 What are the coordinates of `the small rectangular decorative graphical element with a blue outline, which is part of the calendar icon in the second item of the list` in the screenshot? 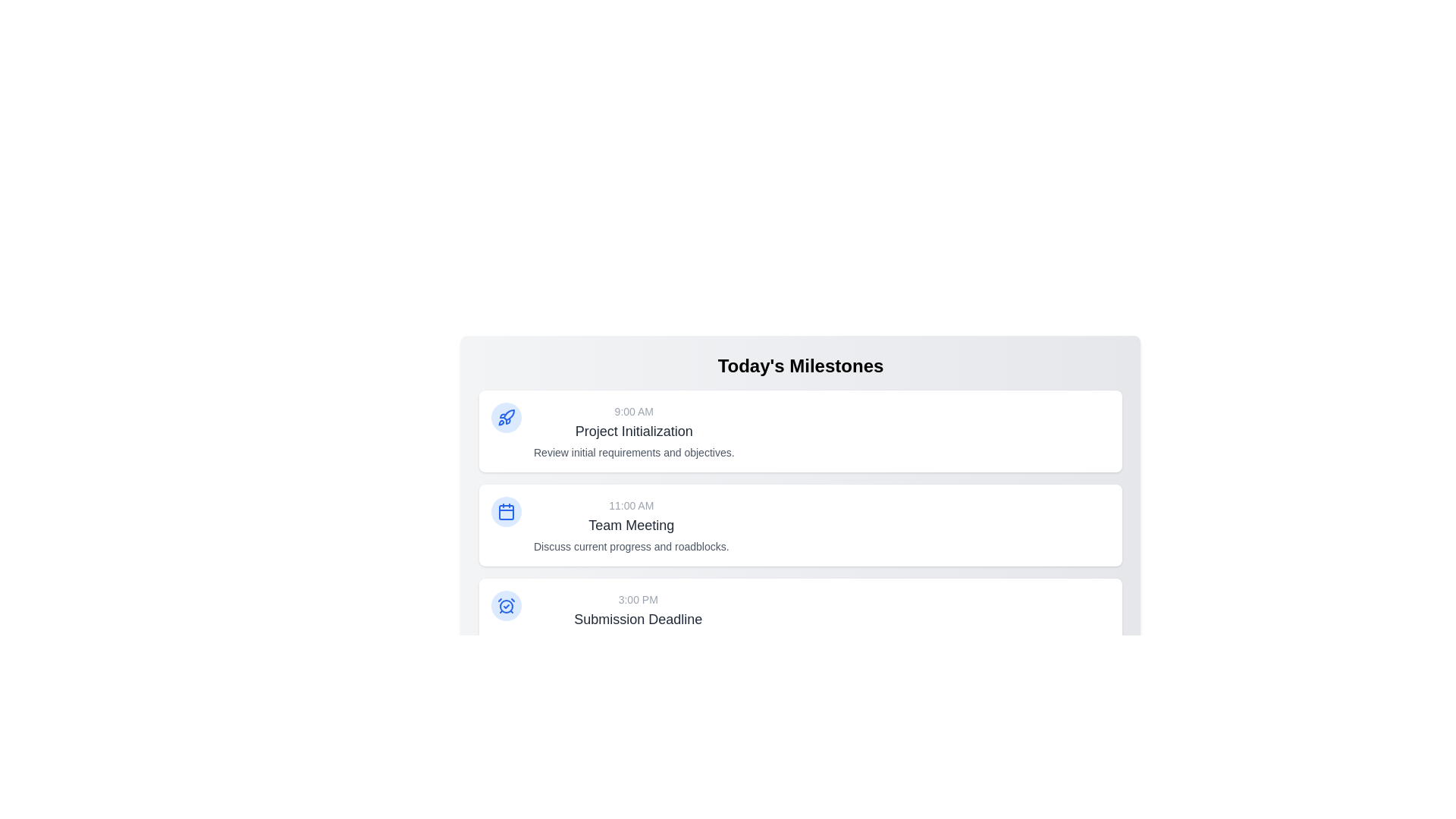 It's located at (506, 512).